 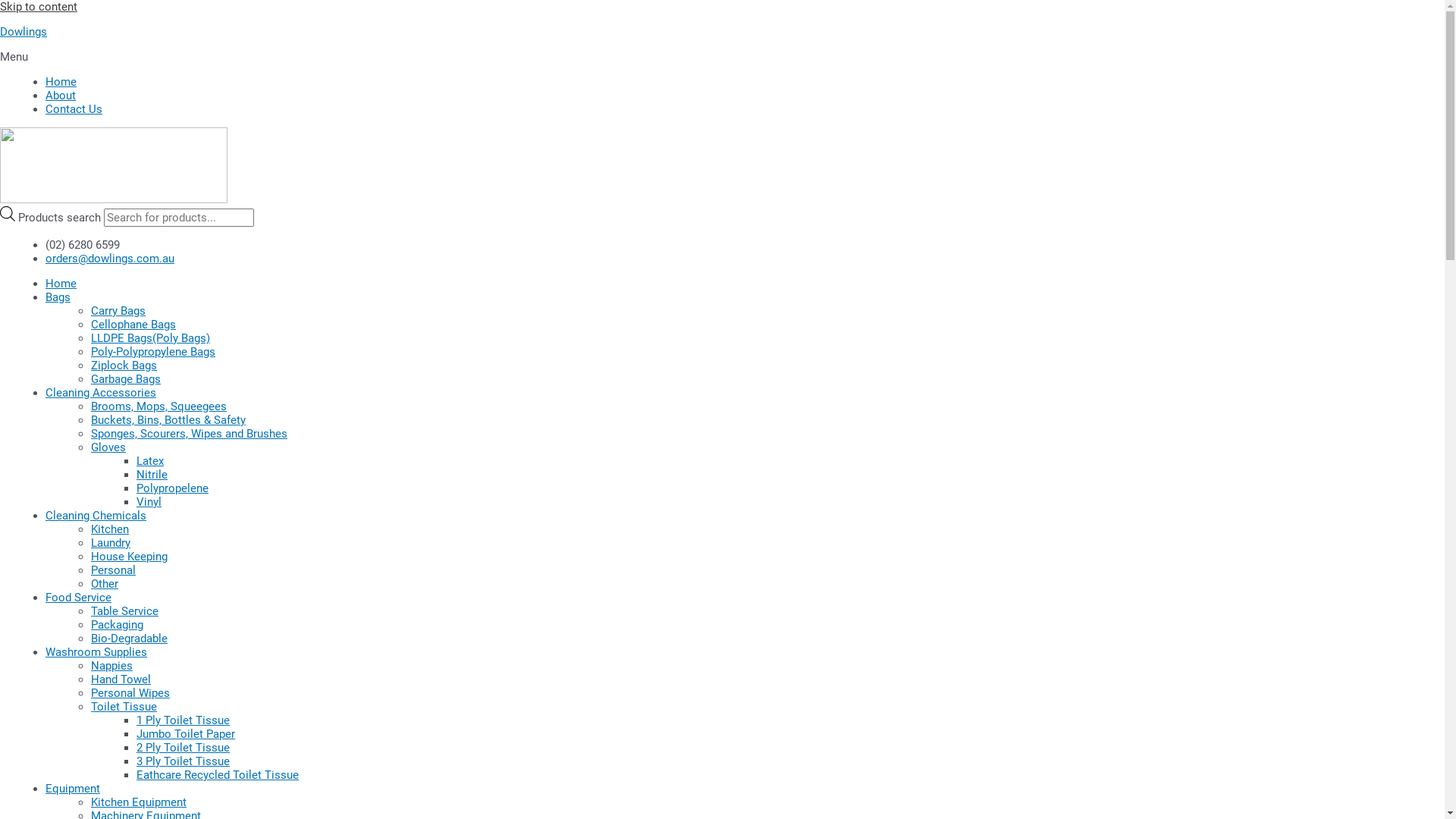 I want to click on 'Skip to content', so click(x=39, y=6).